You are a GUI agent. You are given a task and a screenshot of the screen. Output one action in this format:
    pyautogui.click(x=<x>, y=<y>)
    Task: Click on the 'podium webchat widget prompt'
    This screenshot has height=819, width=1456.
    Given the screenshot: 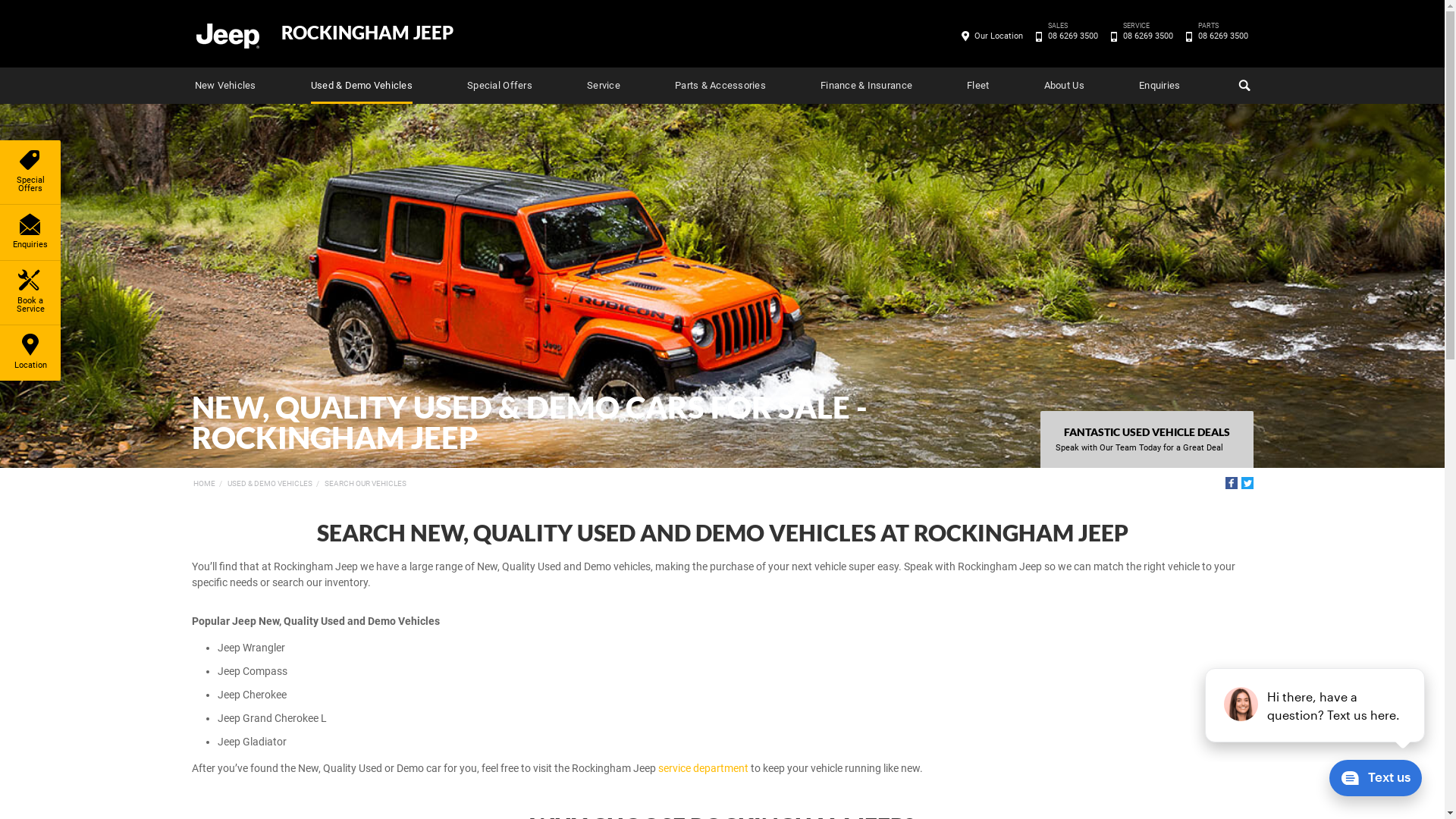 What is the action you would take?
    pyautogui.click(x=1314, y=704)
    